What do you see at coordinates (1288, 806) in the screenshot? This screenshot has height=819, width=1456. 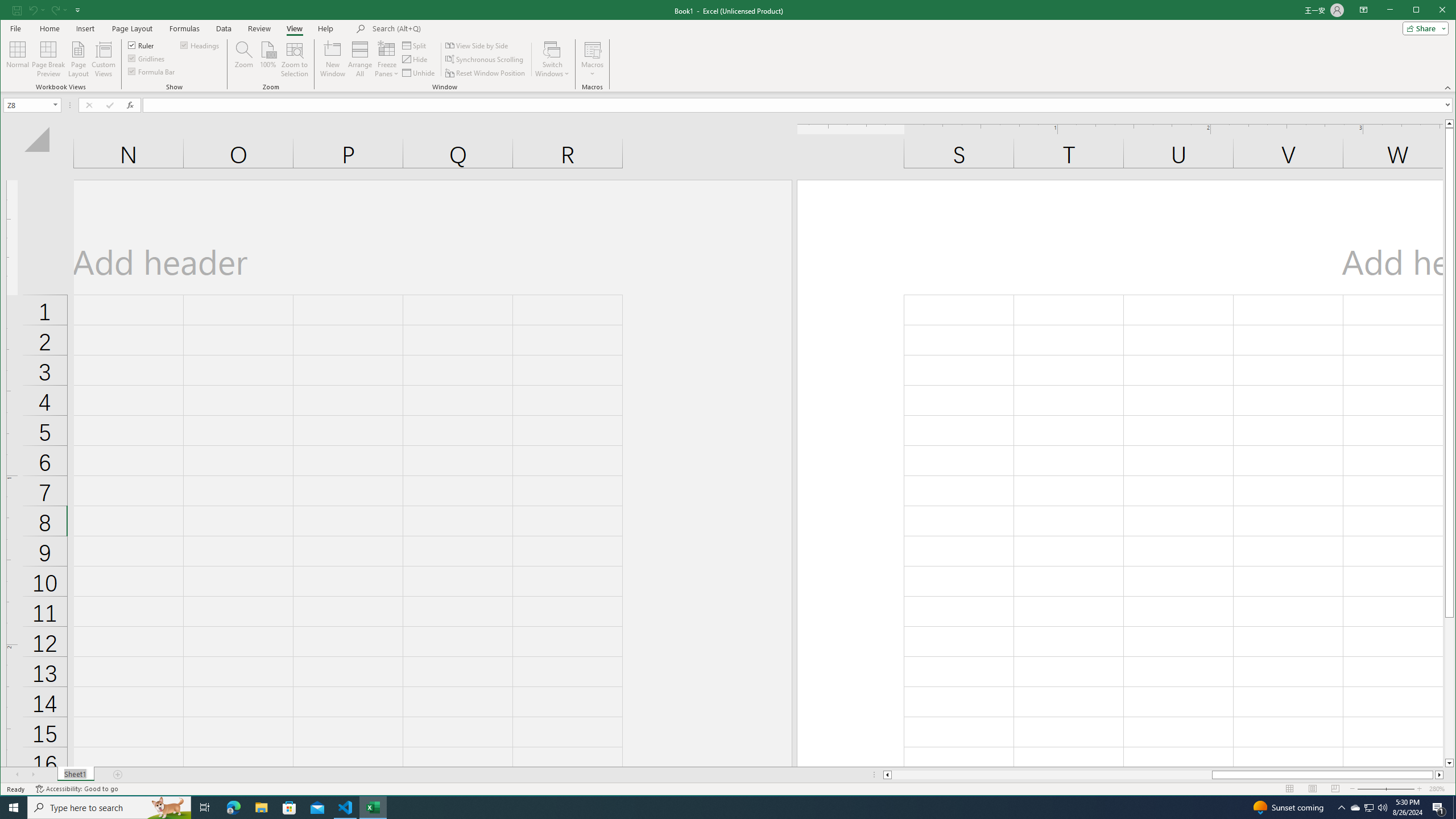 I see `'Sunset coming'` at bounding box center [1288, 806].